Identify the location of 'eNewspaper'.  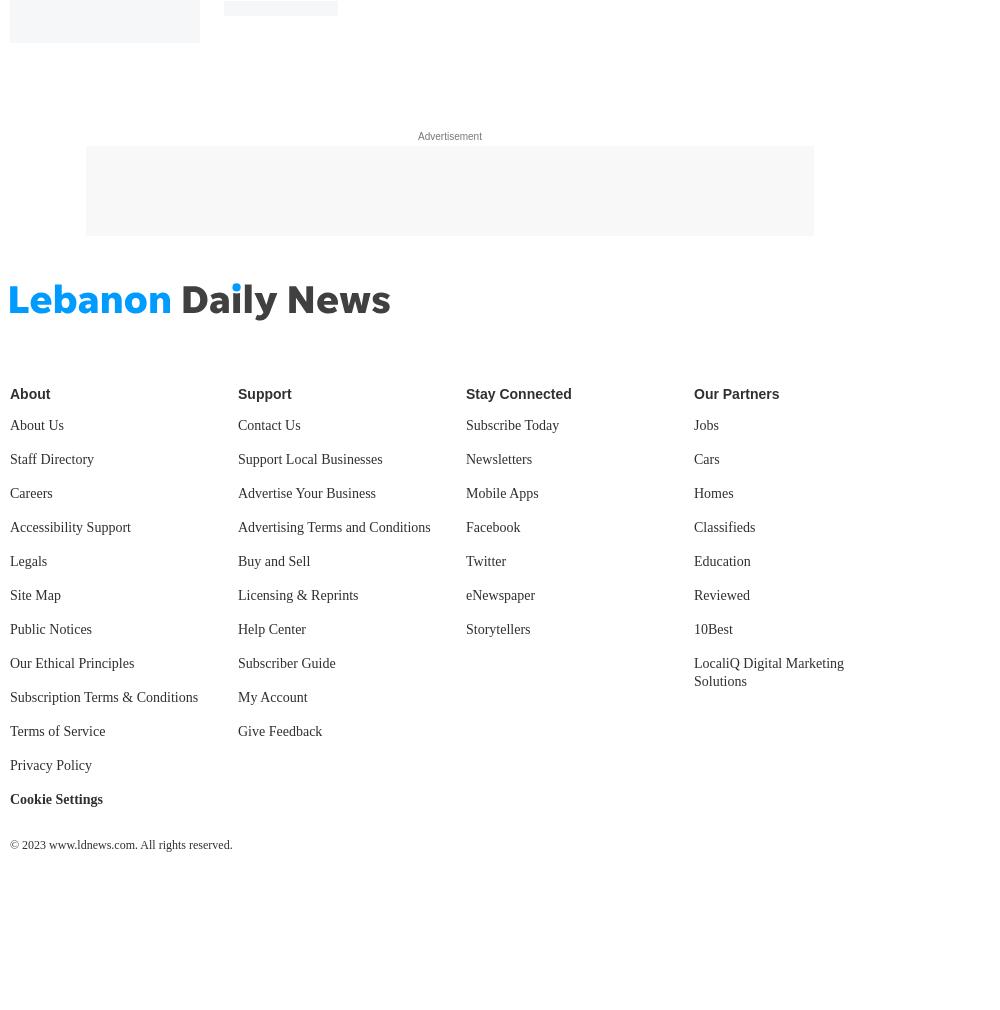
(500, 593).